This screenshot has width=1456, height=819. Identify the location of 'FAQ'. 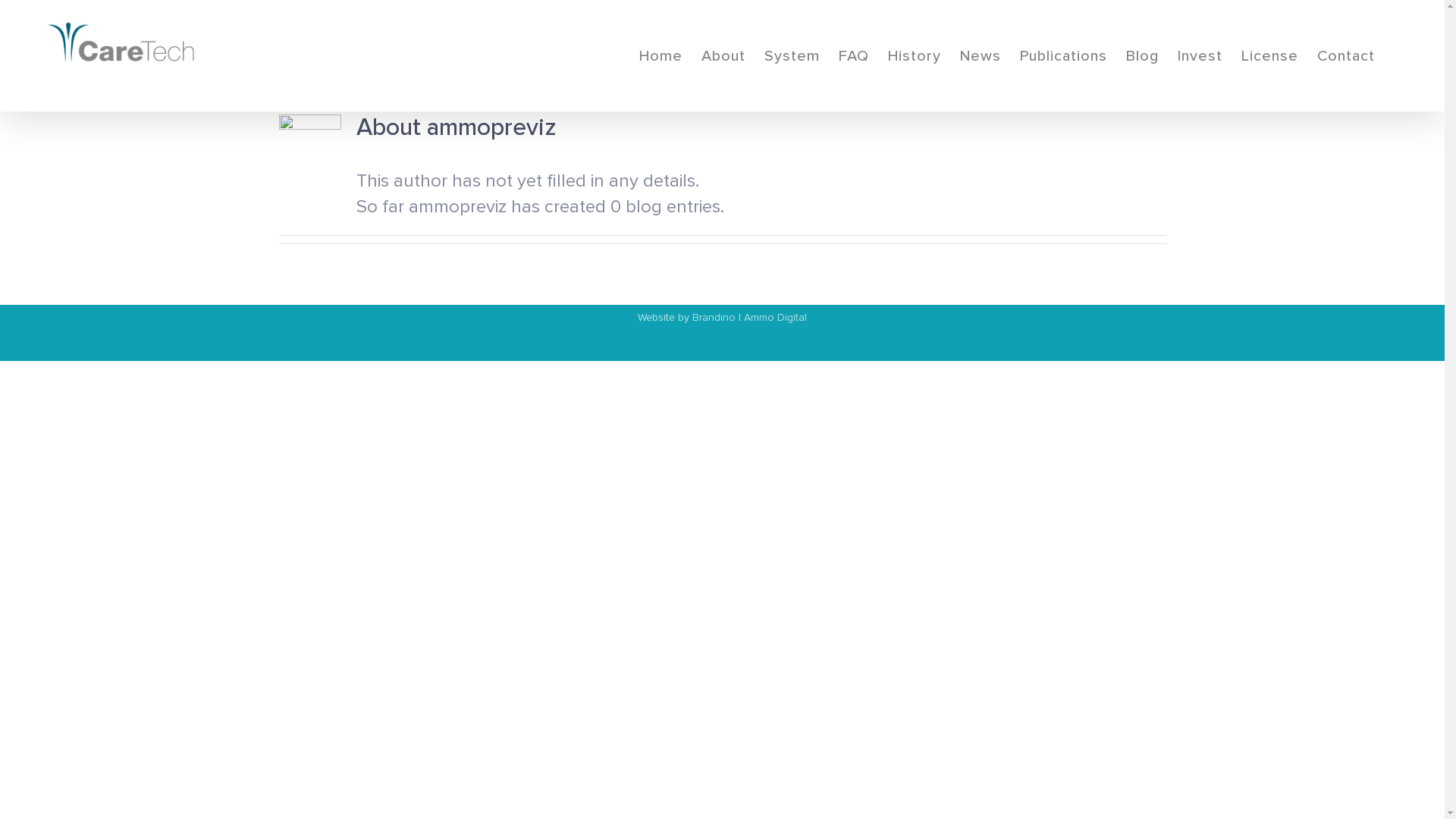
(854, 55).